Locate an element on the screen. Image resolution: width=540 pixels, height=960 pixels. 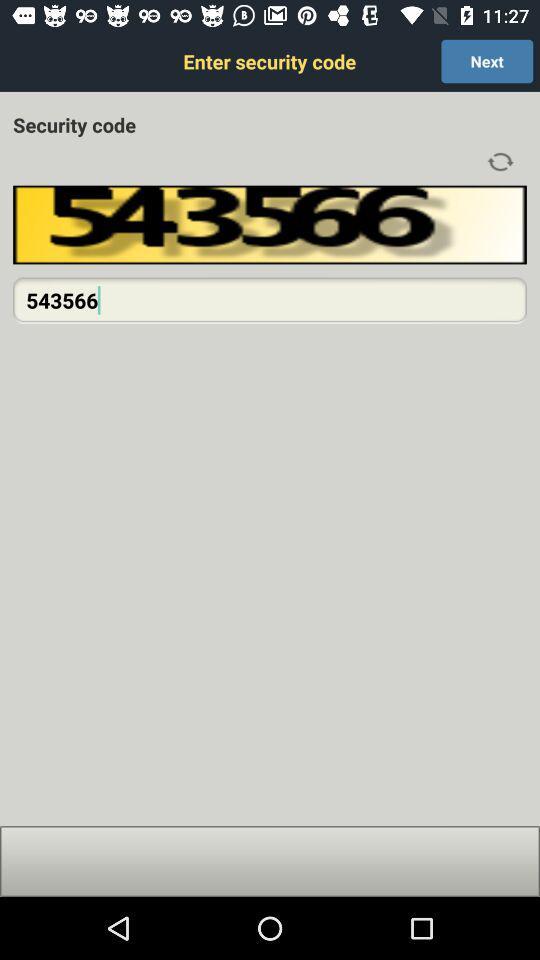
refresh button is located at coordinates (499, 161).